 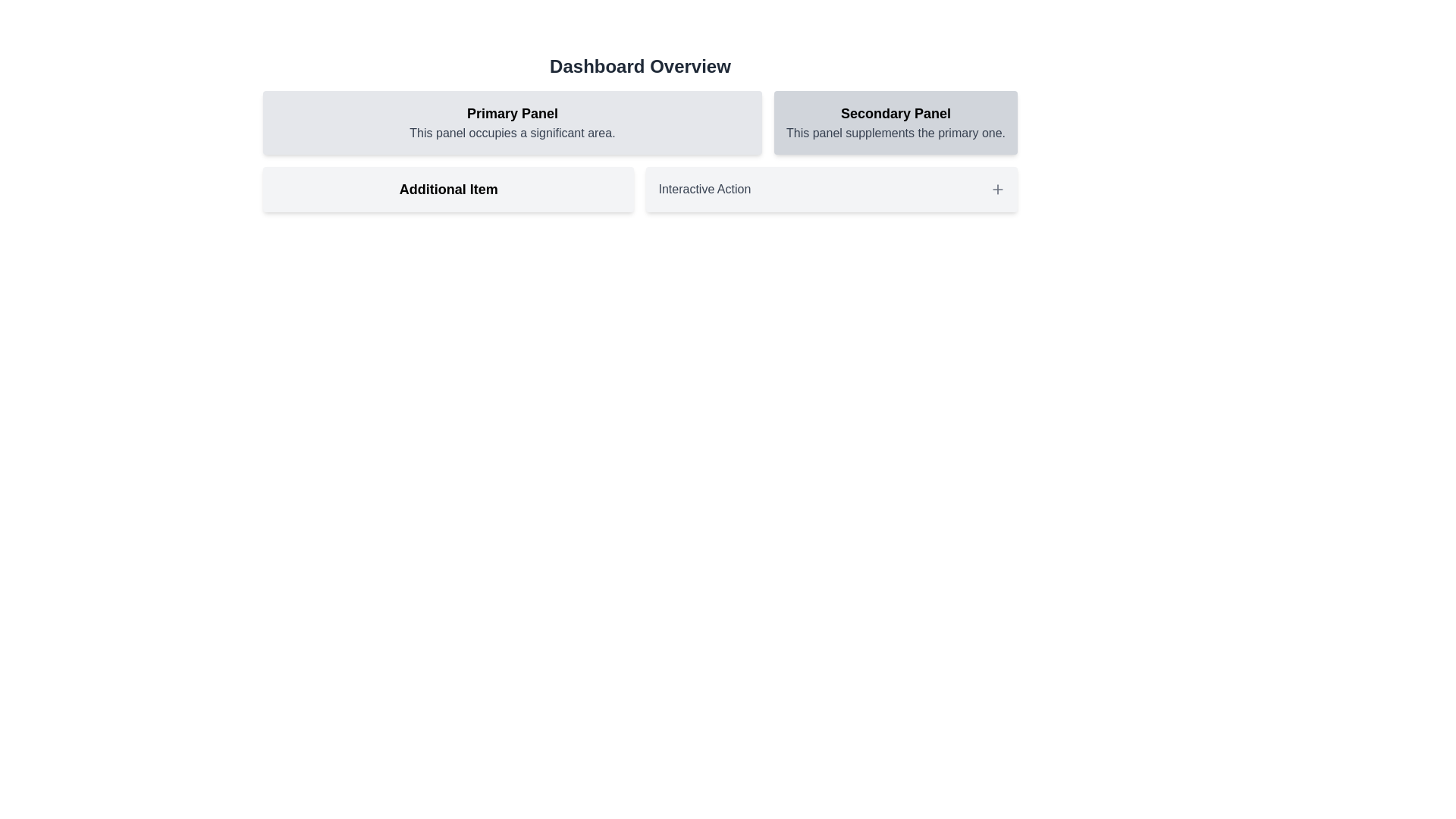 I want to click on the text label displaying 'Additional Item' located at the top center of the left panel under the header section, so click(x=447, y=189).